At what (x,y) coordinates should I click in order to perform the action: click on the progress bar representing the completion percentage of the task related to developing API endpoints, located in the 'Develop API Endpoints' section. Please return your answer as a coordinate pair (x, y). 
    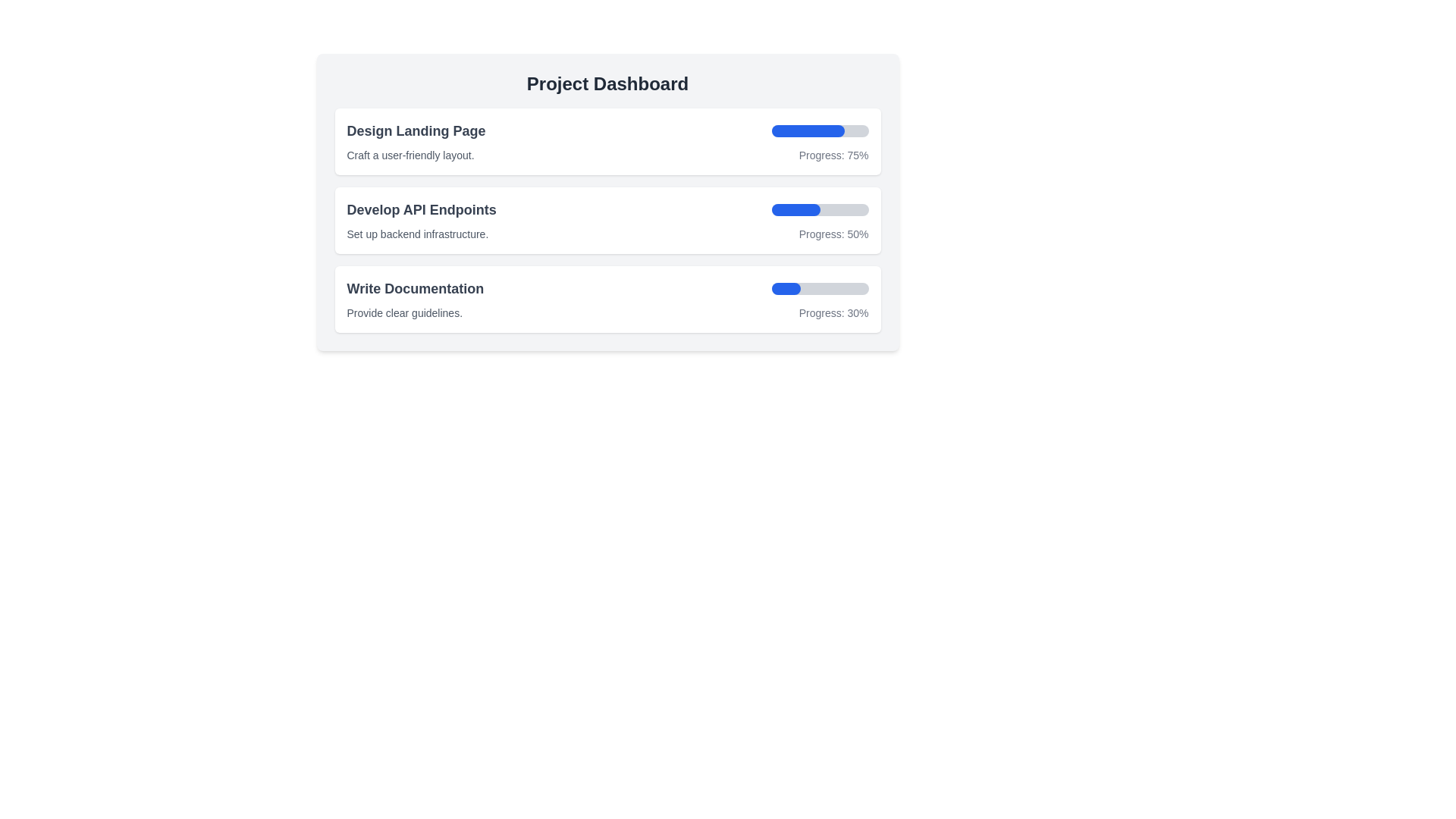
    Looking at the image, I should click on (819, 210).